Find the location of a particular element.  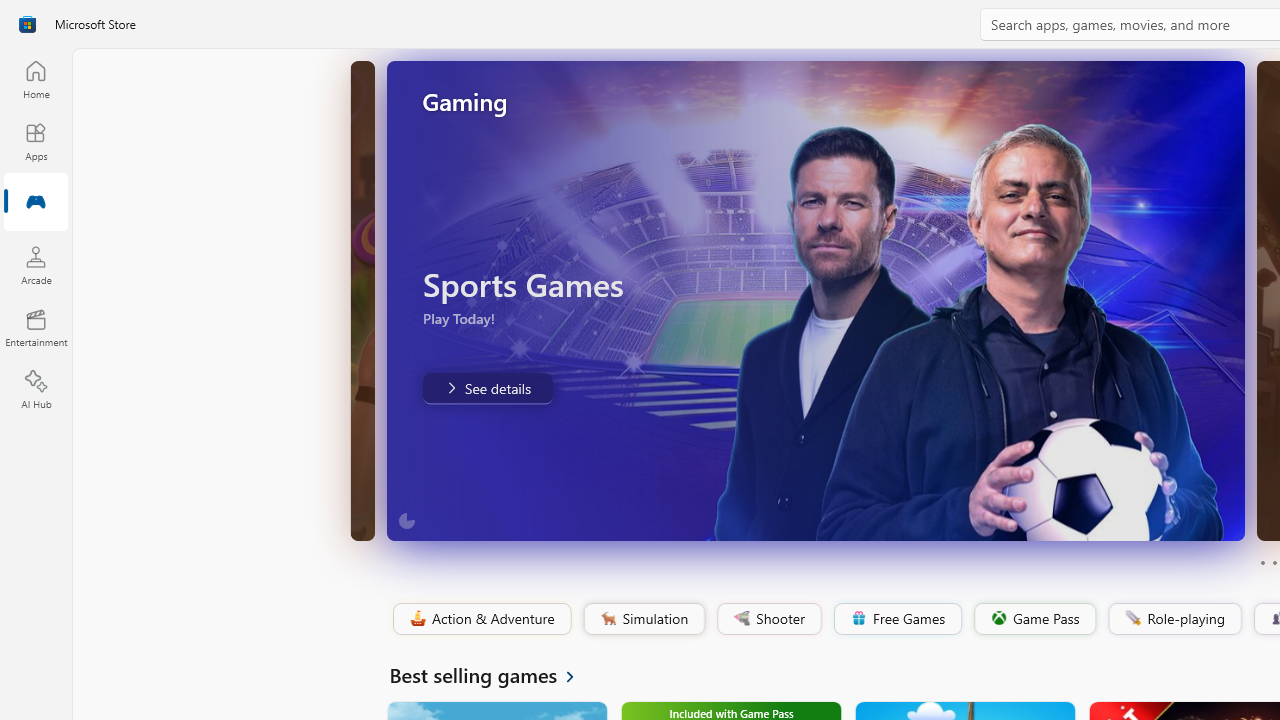

'Home' is located at coordinates (35, 78).